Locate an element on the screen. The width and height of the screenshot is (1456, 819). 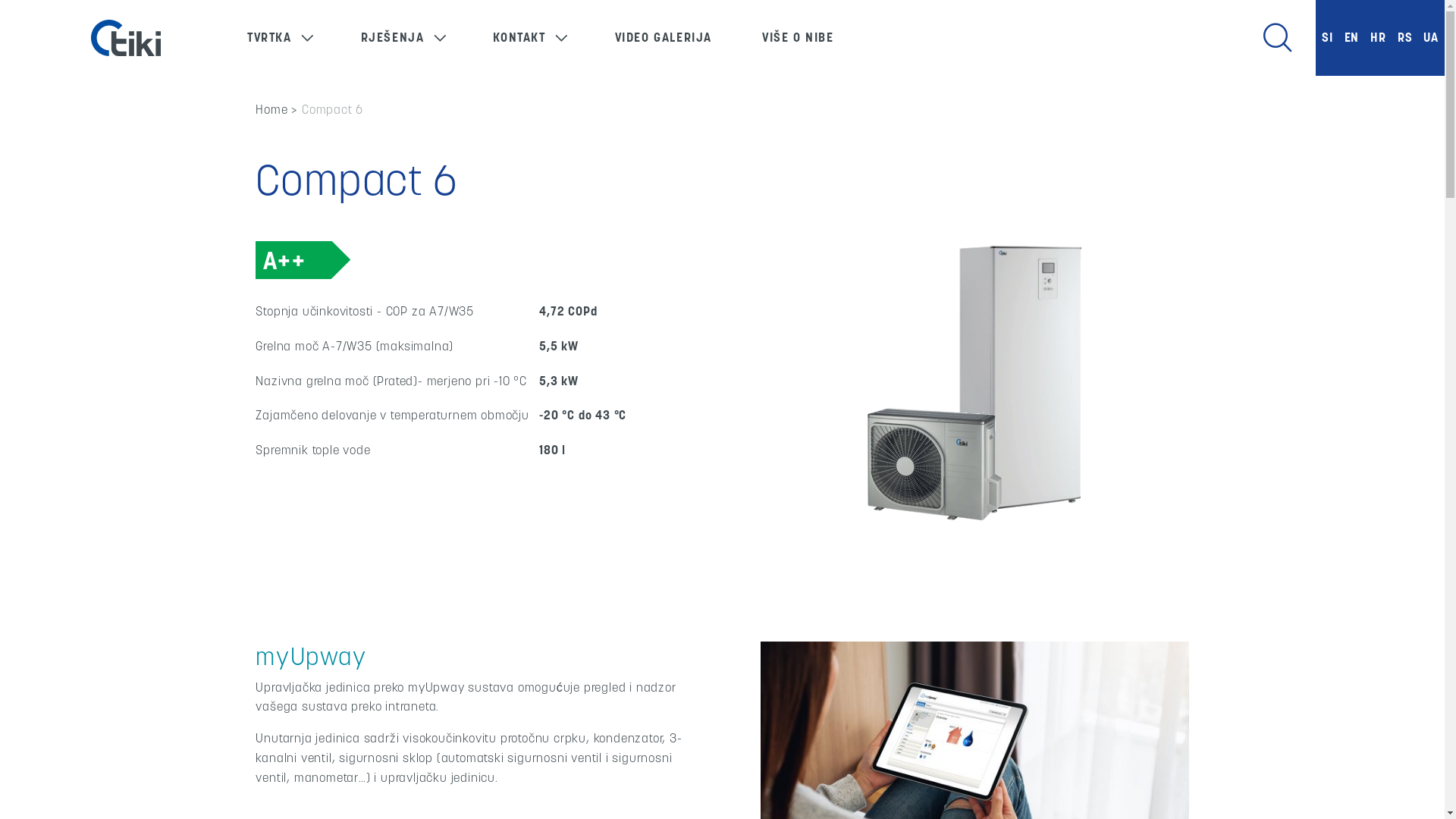
'UA' is located at coordinates (1429, 37).